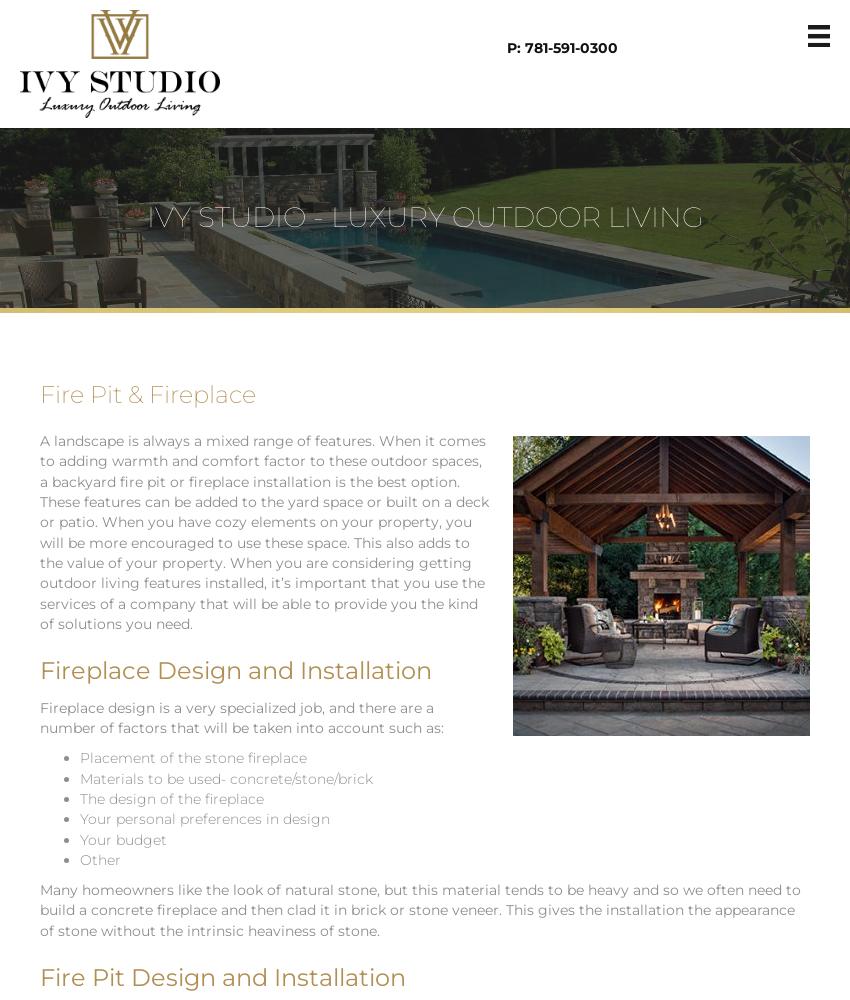  What do you see at coordinates (39, 716) in the screenshot?
I see `'Fireplace design is a very specialized job, and there are a number of factors that will be taken into account such as:'` at bounding box center [39, 716].